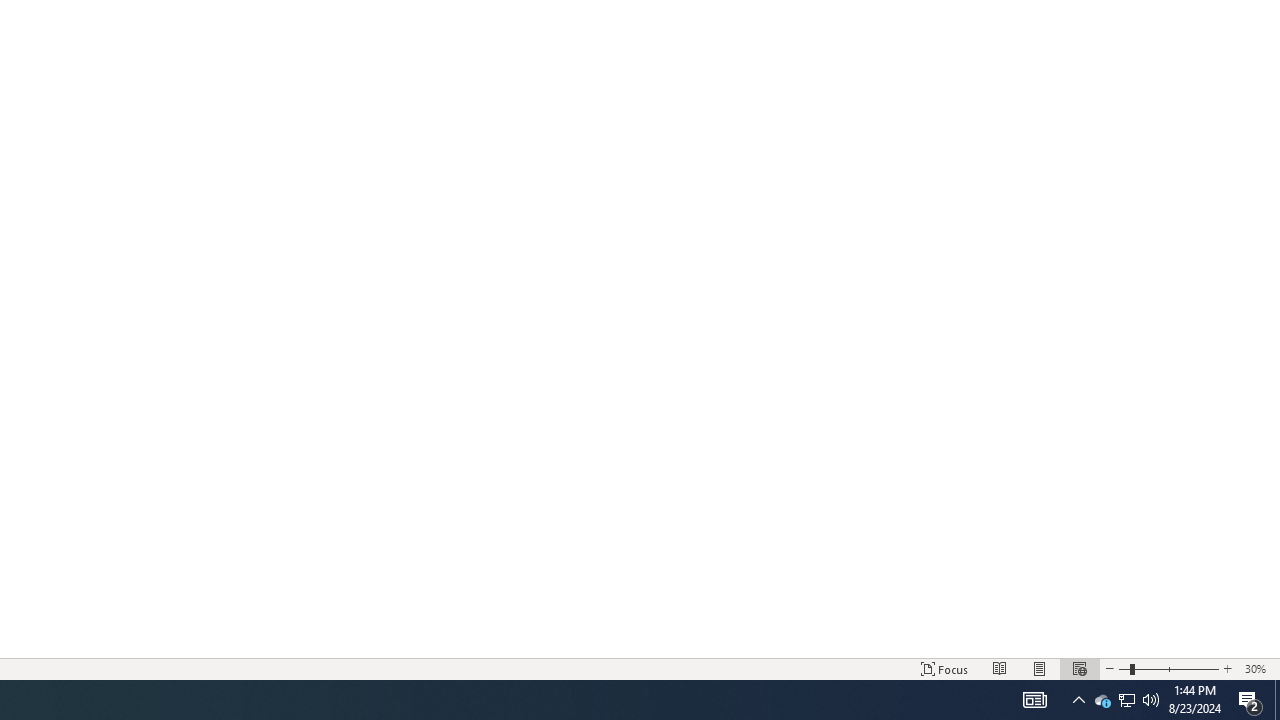  I want to click on 'Zoom Out', so click(1124, 669).